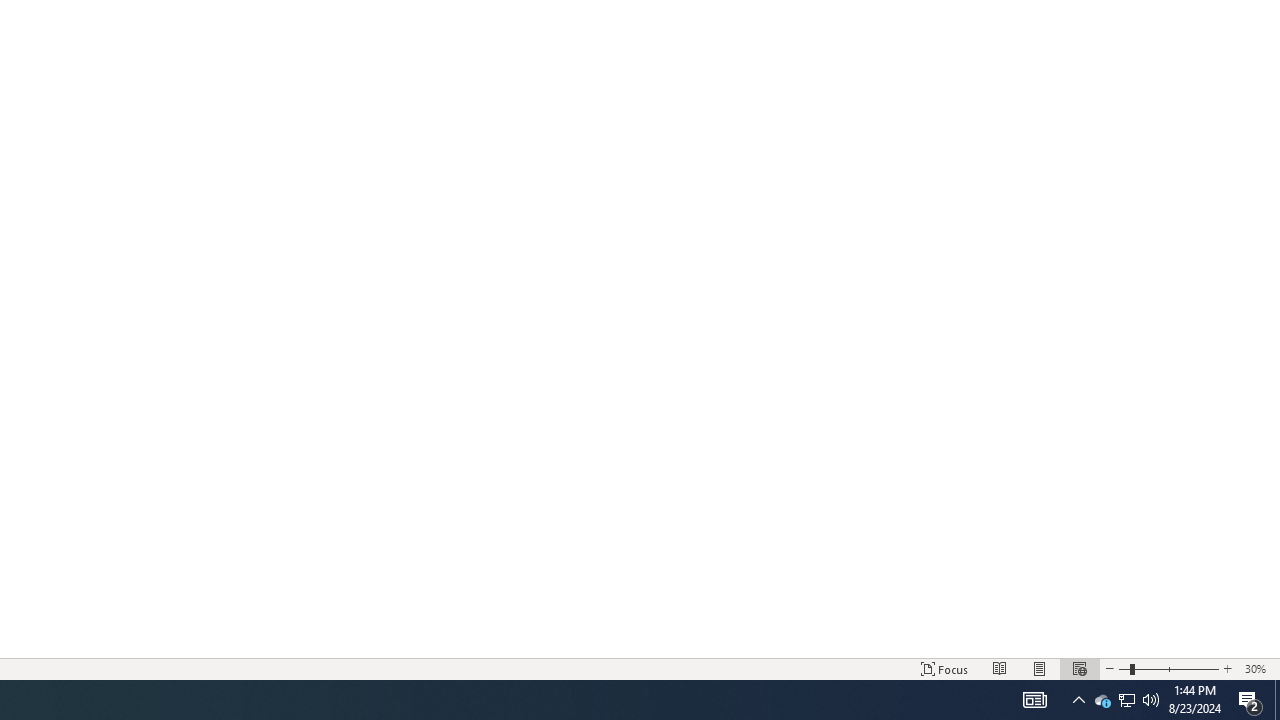  I want to click on 'Zoom Out', so click(1124, 669).